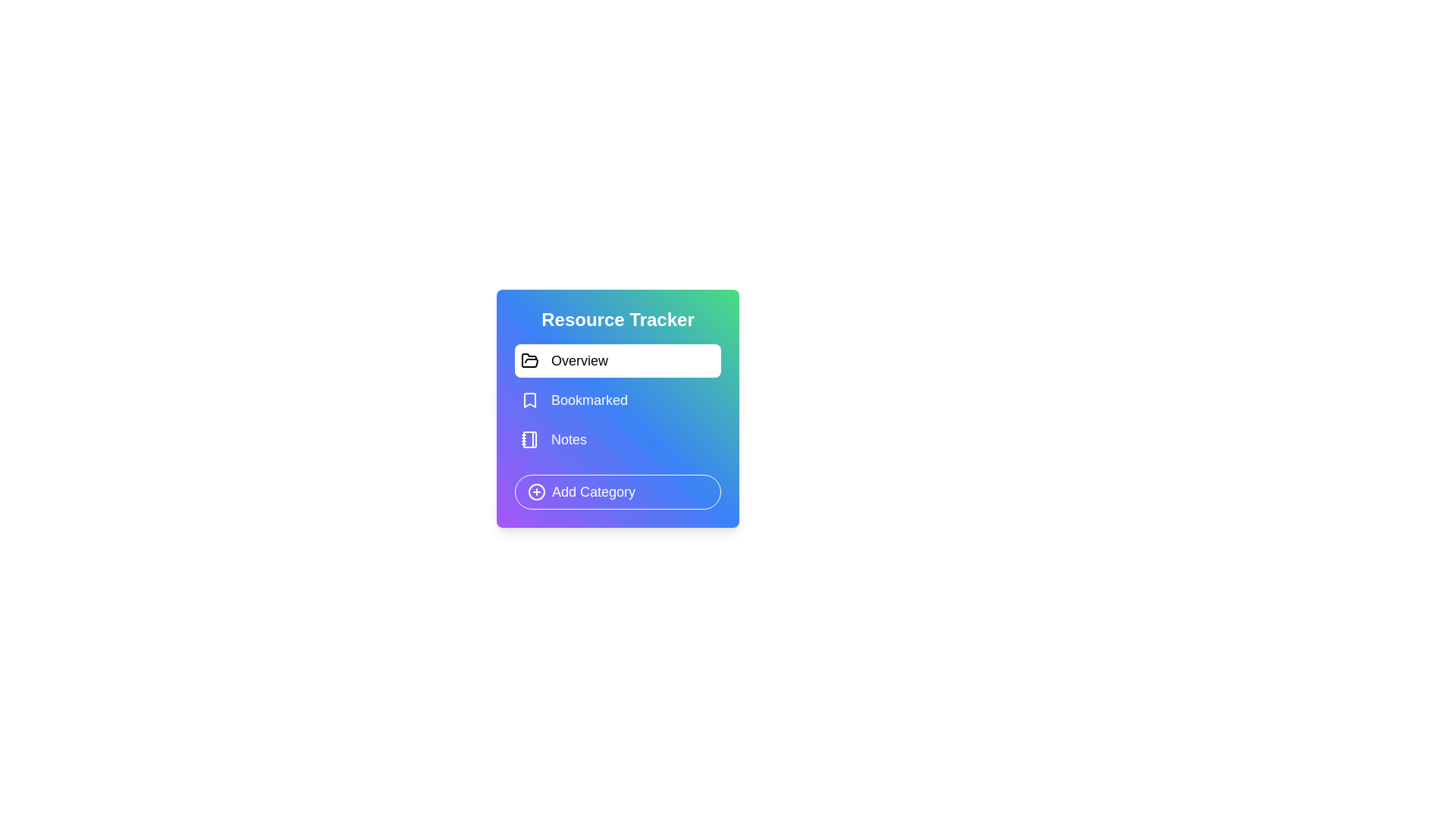 The image size is (1456, 819). What do you see at coordinates (618, 318) in the screenshot?
I see `the 'Resource Tracker' title text` at bounding box center [618, 318].